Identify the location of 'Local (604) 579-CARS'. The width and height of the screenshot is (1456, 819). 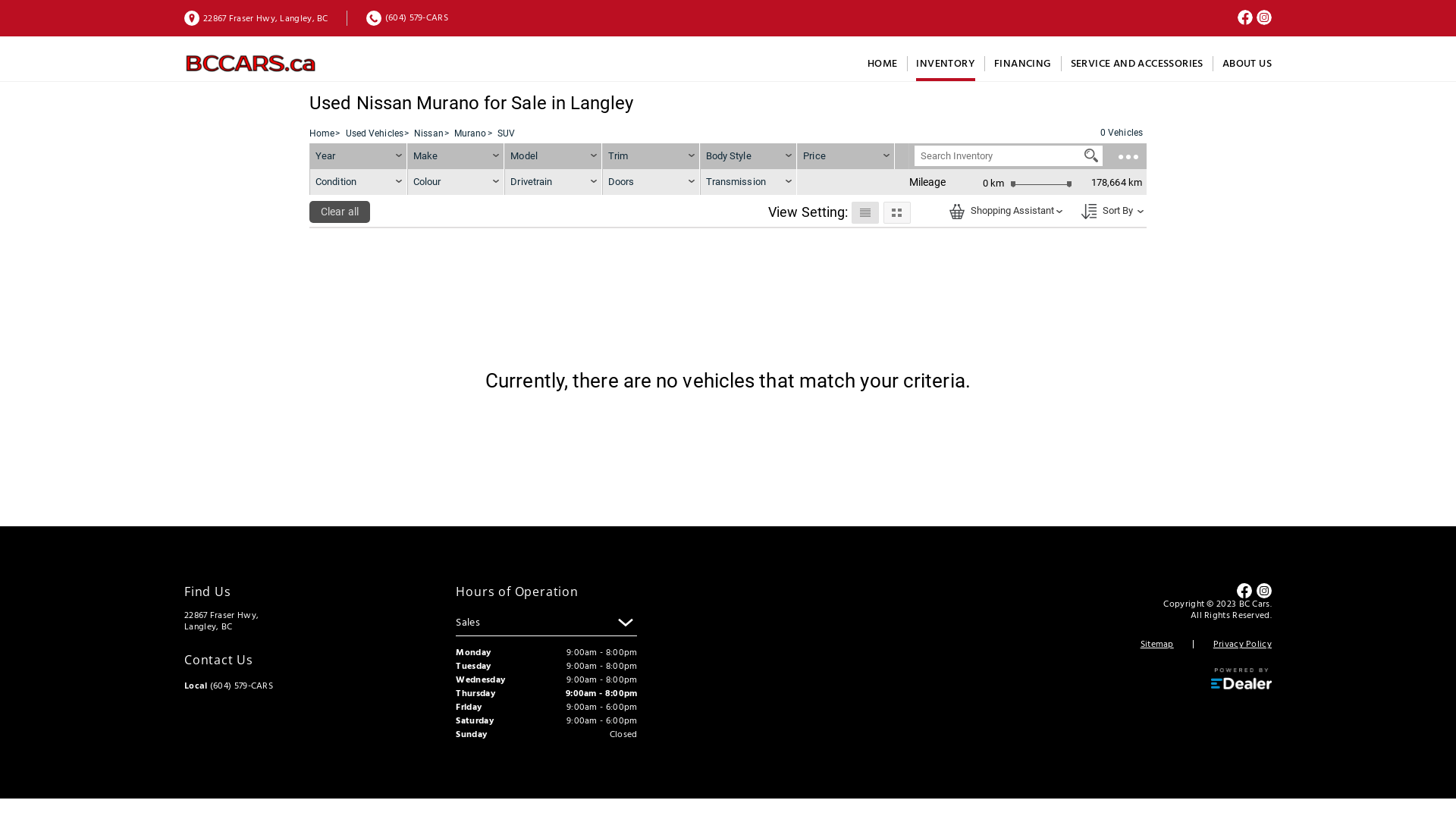
(227, 686).